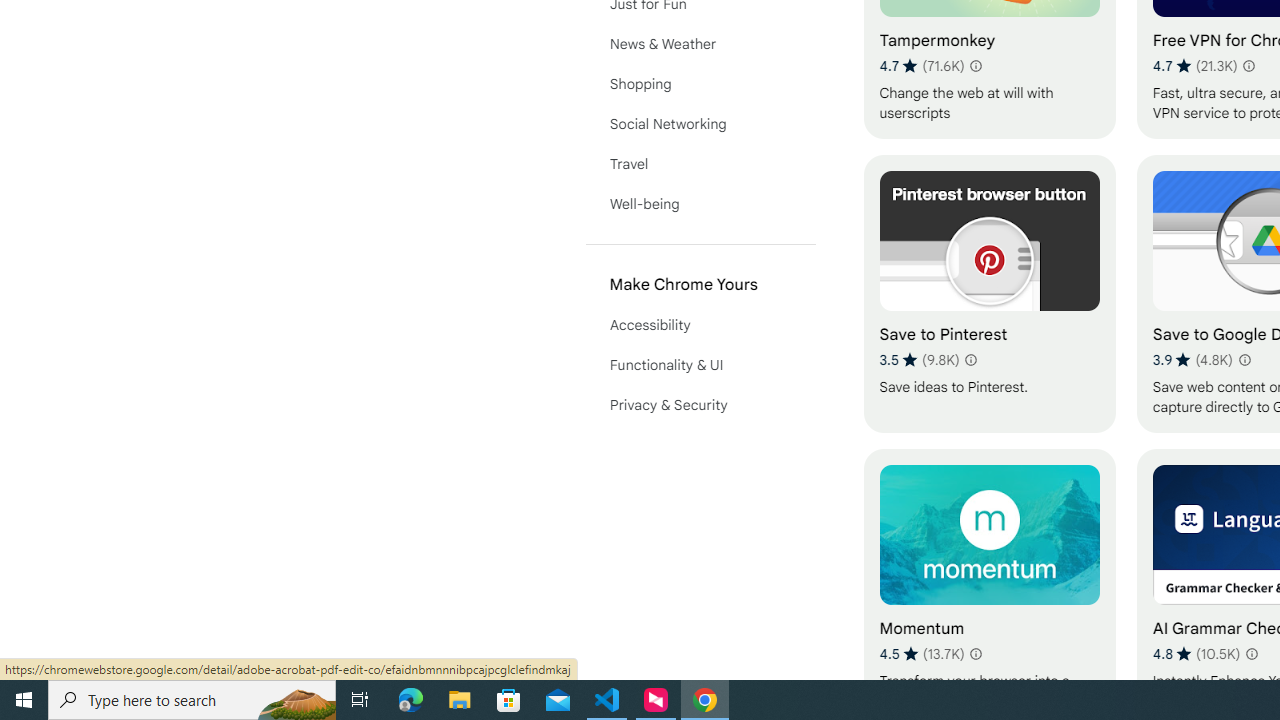 This screenshot has height=720, width=1280. What do you see at coordinates (976, 64) in the screenshot?
I see `'Learn more about results and reviews "Tampermonkey"'` at bounding box center [976, 64].